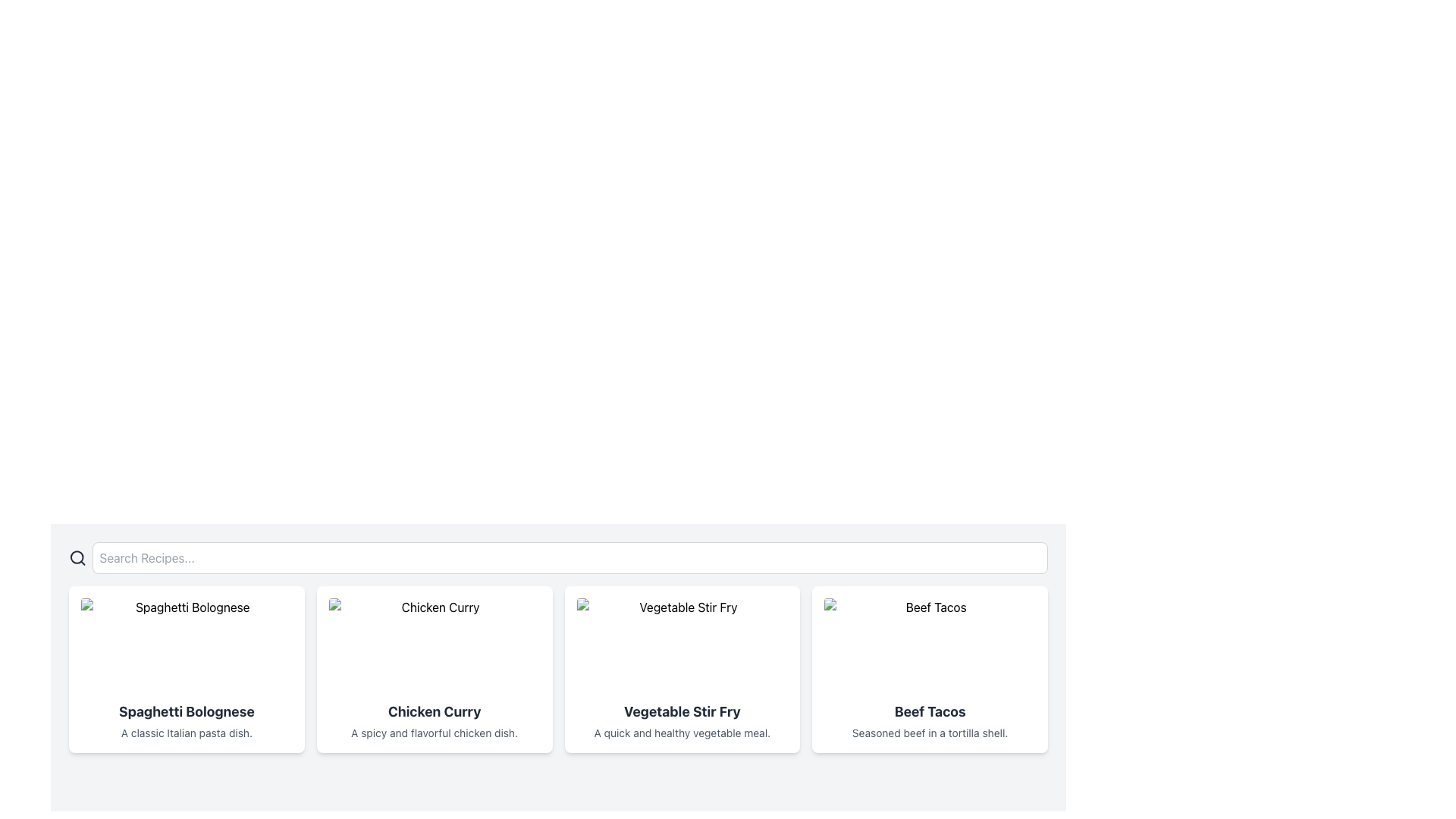 This screenshot has height=819, width=1456. What do you see at coordinates (929, 711) in the screenshot?
I see `text label displaying 'Beef Tacos' which is located in the rightmost card of a horizontal list, centered beneath its image` at bounding box center [929, 711].